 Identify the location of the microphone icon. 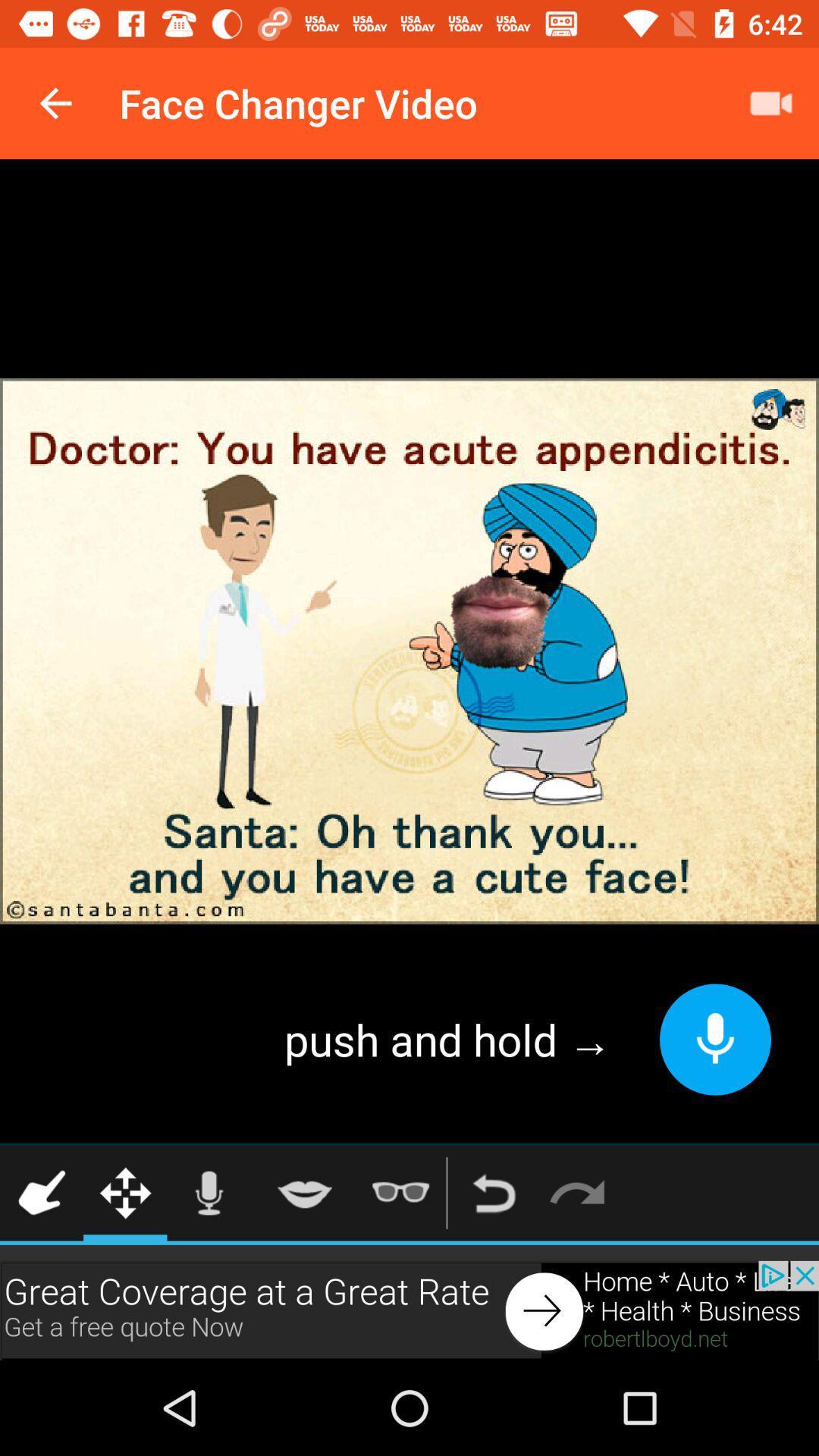
(209, 1192).